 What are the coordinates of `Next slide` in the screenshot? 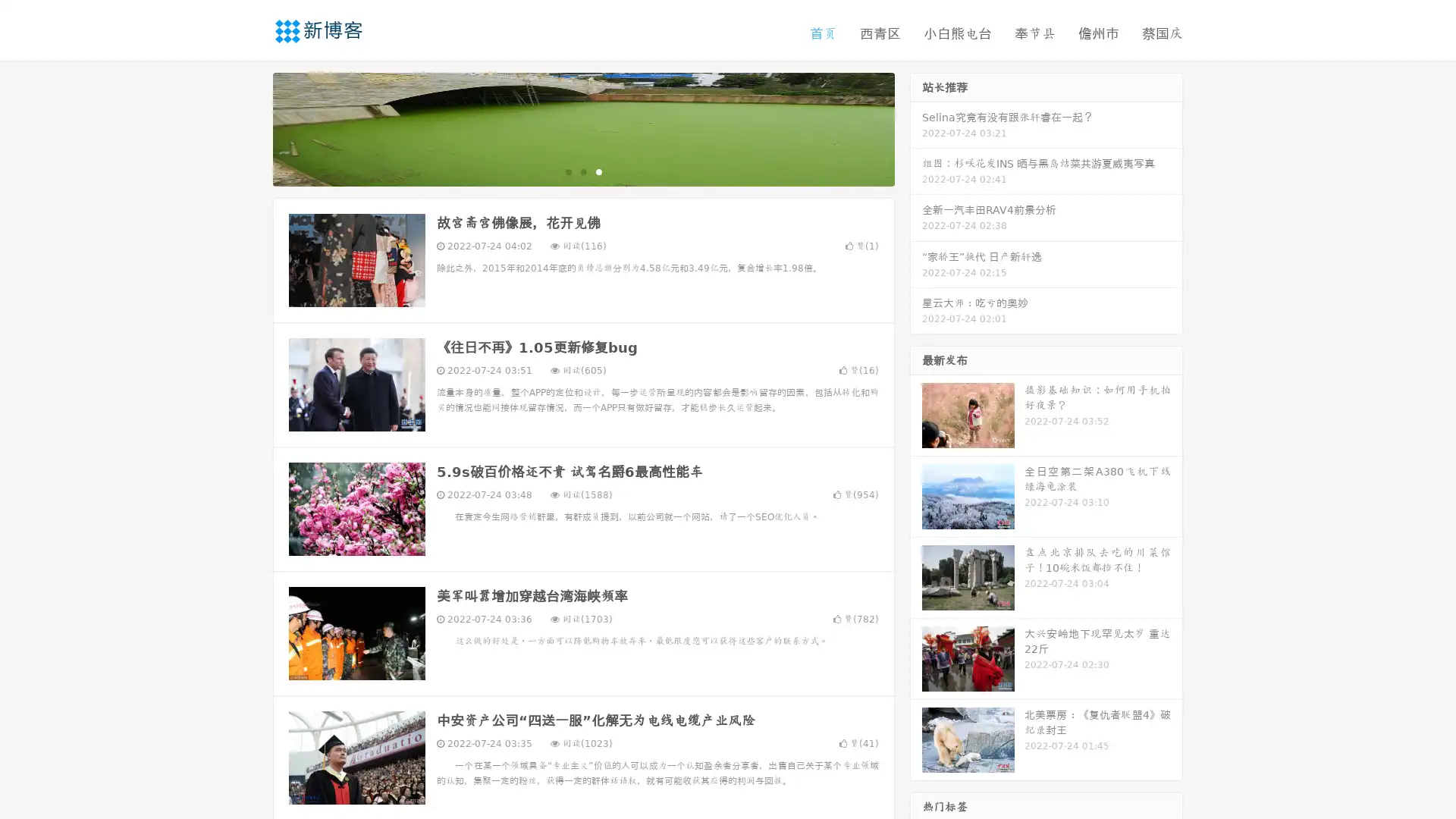 It's located at (916, 127).